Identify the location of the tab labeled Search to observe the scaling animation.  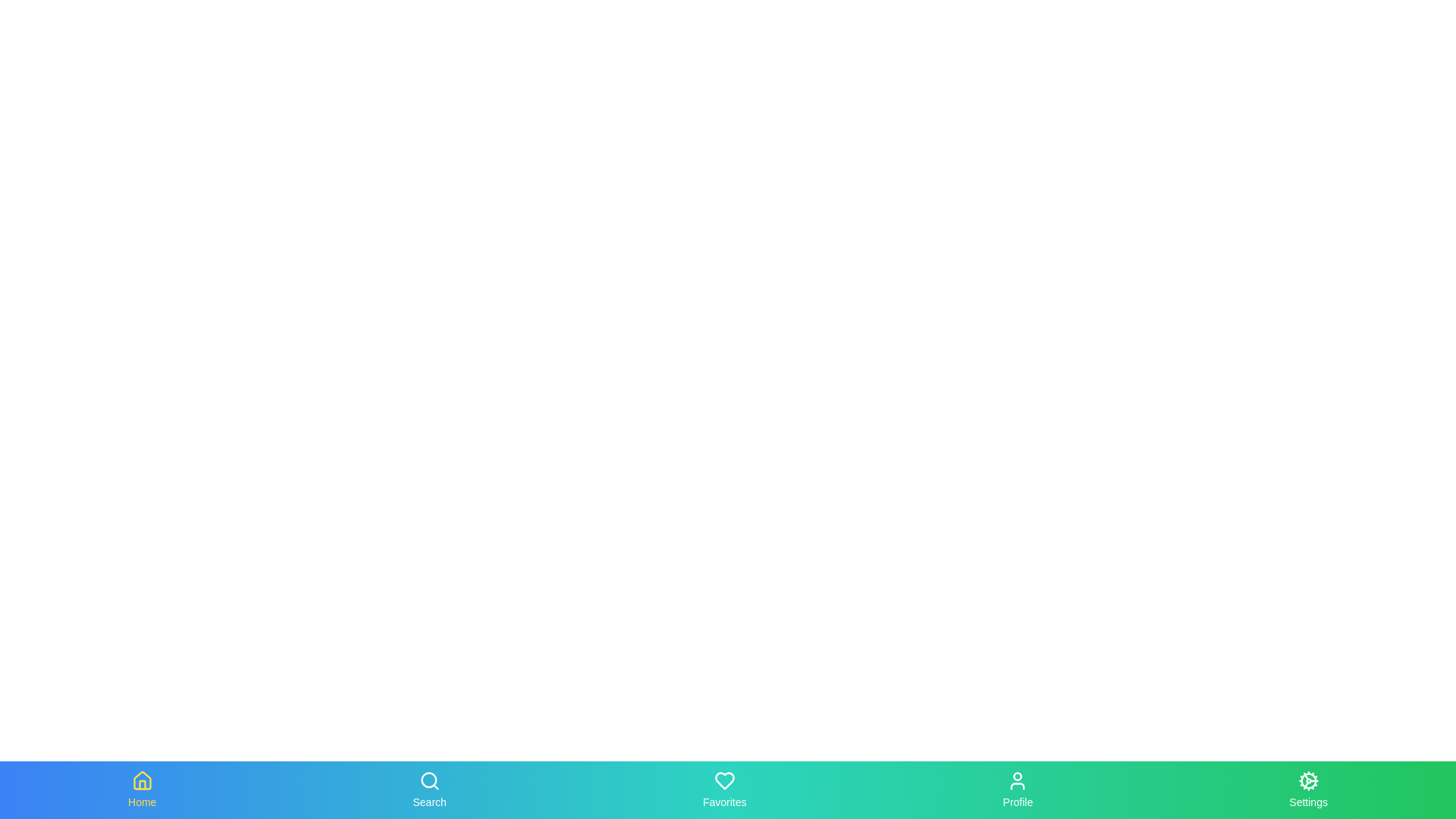
(428, 789).